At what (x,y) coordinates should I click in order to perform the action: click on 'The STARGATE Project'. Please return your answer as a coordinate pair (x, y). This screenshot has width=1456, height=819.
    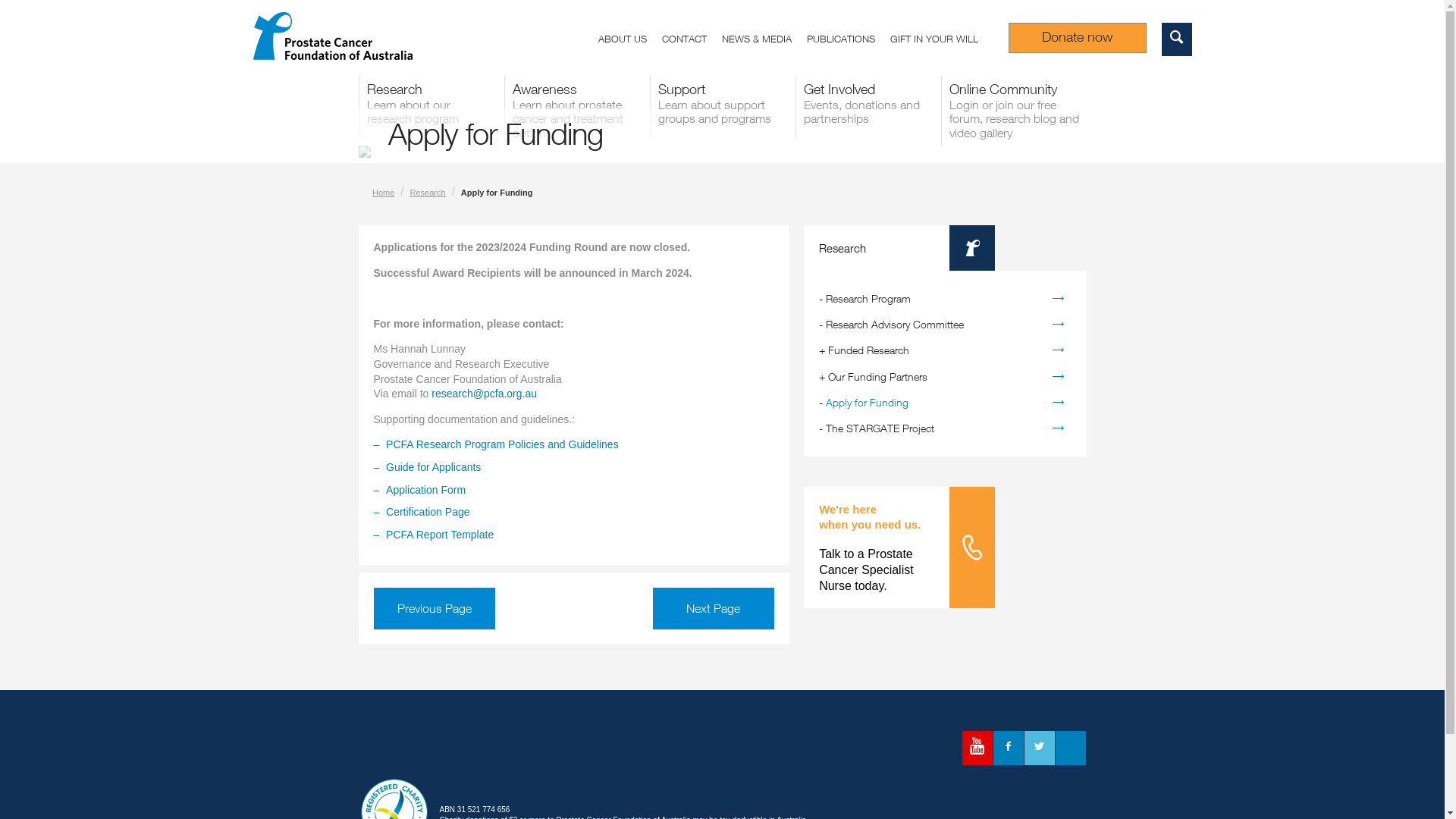
    Looking at the image, I should click on (880, 428).